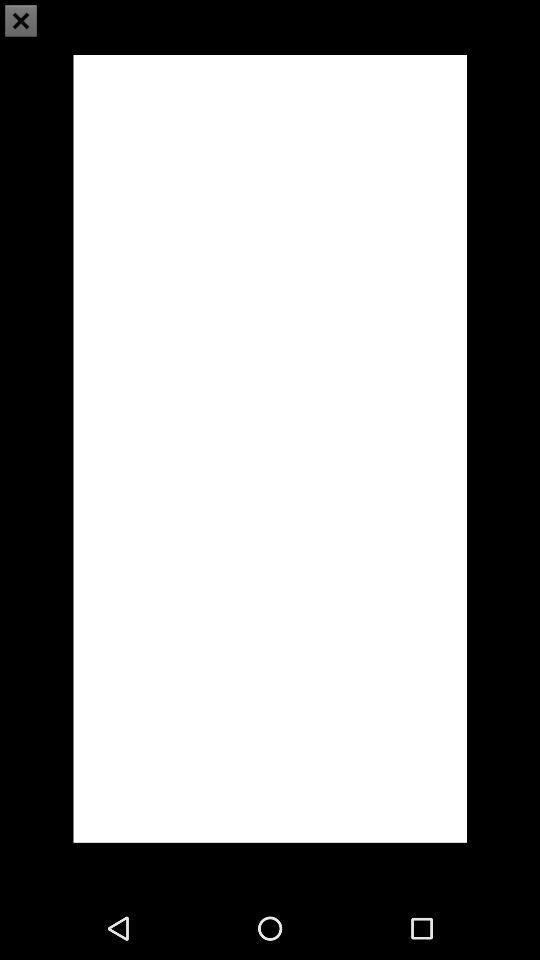 This screenshot has height=960, width=540. I want to click on the close icon, so click(20, 21).